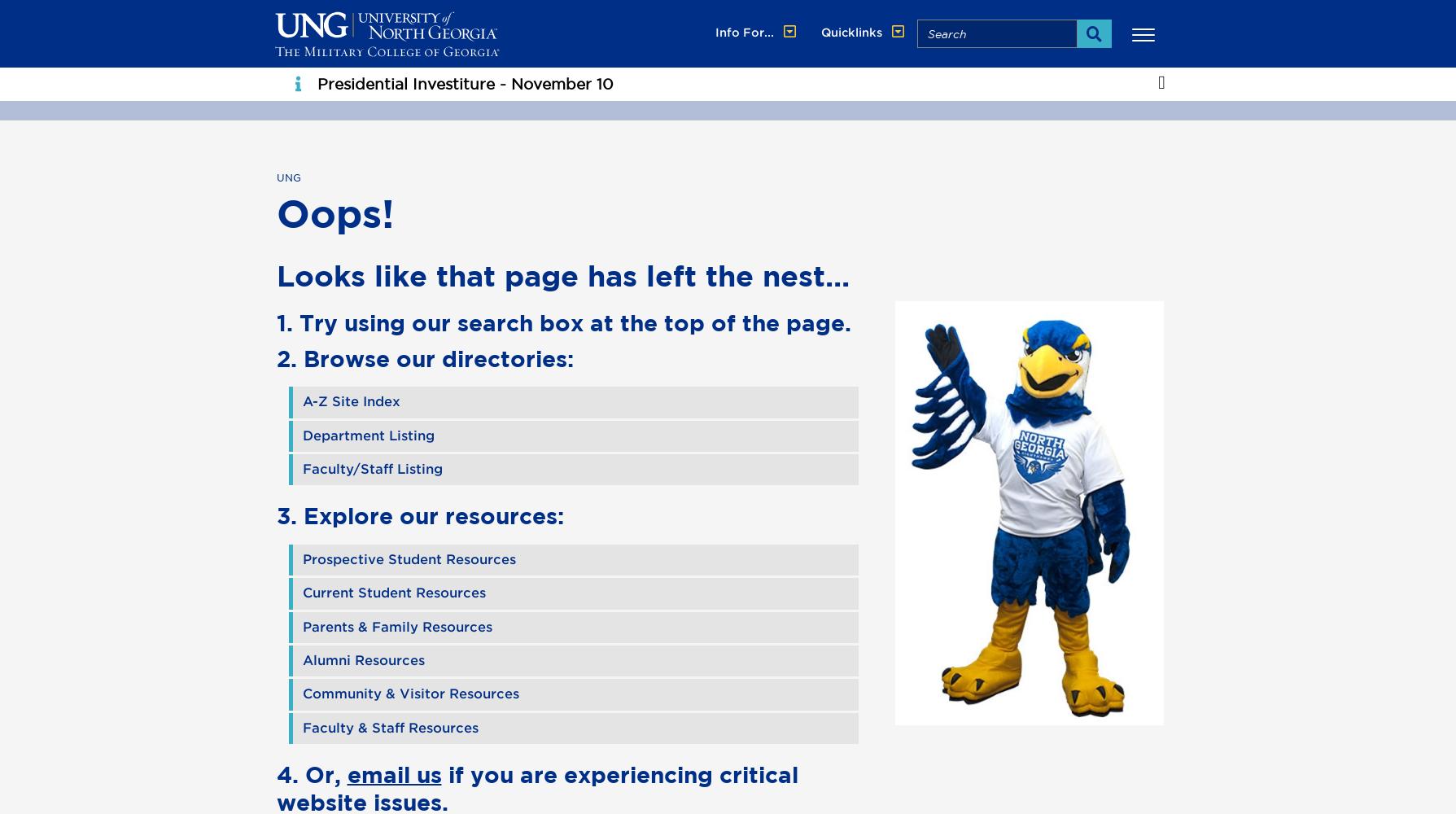  Describe the element at coordinates (301, 467) in the screenshot. I see `'Faculty/Staff Listing'` at that location.